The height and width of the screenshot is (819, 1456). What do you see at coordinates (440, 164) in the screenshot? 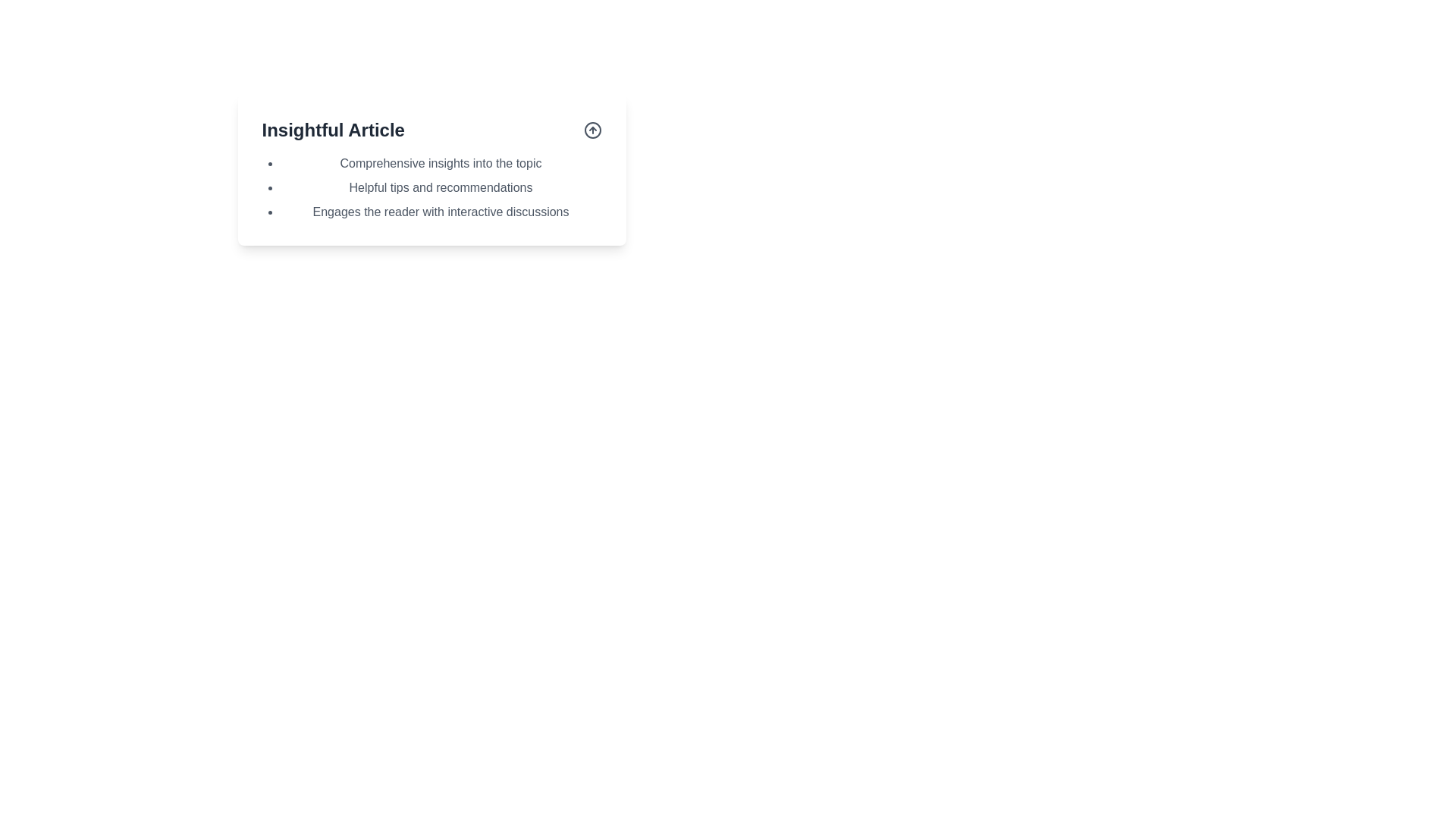
I see `text of the first item in the bulleted list under the header 'Insightful Article'` at bounding box center [440, 164].